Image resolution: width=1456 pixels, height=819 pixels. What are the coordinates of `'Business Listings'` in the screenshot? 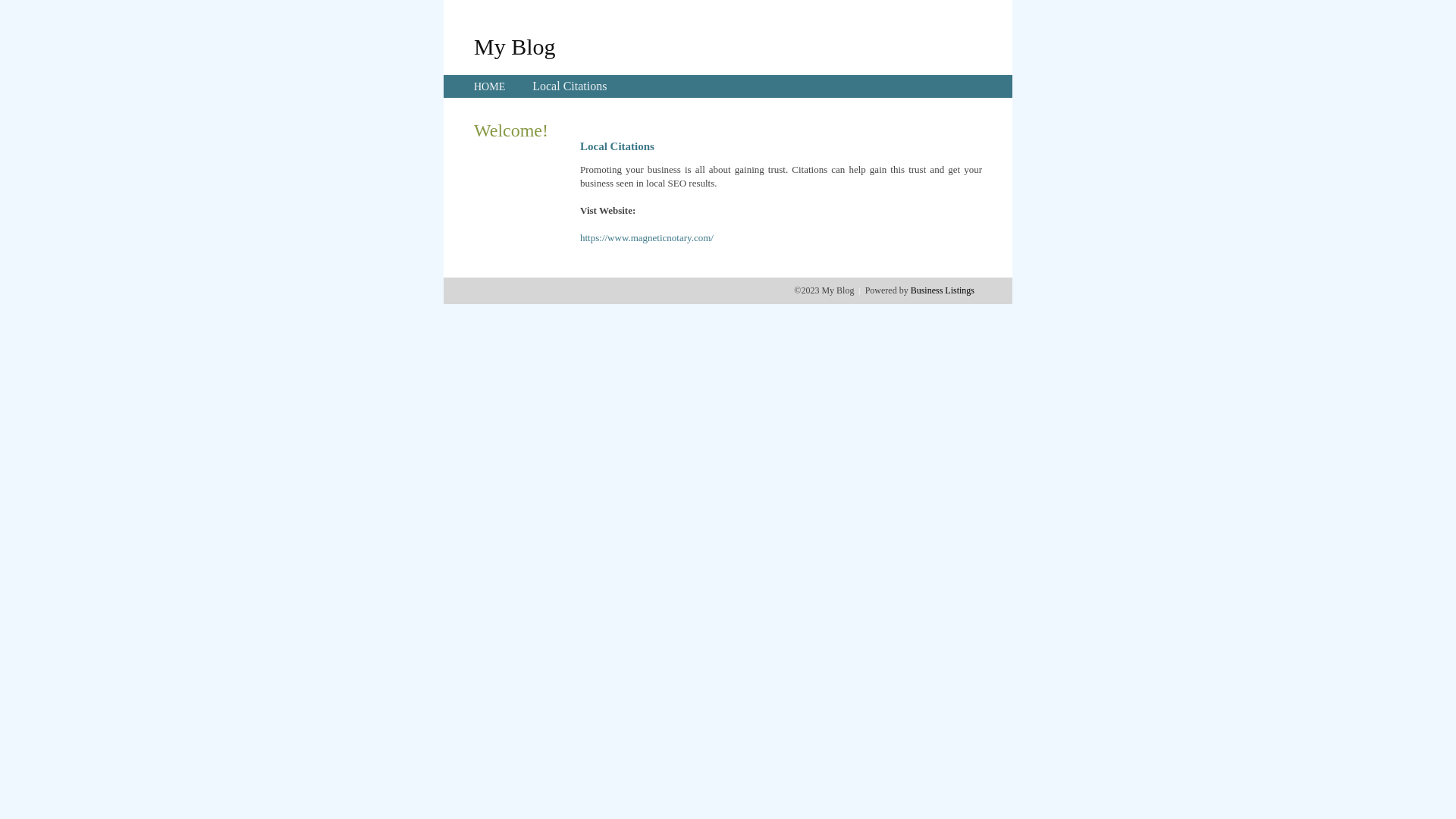 It's located at (942, 290).